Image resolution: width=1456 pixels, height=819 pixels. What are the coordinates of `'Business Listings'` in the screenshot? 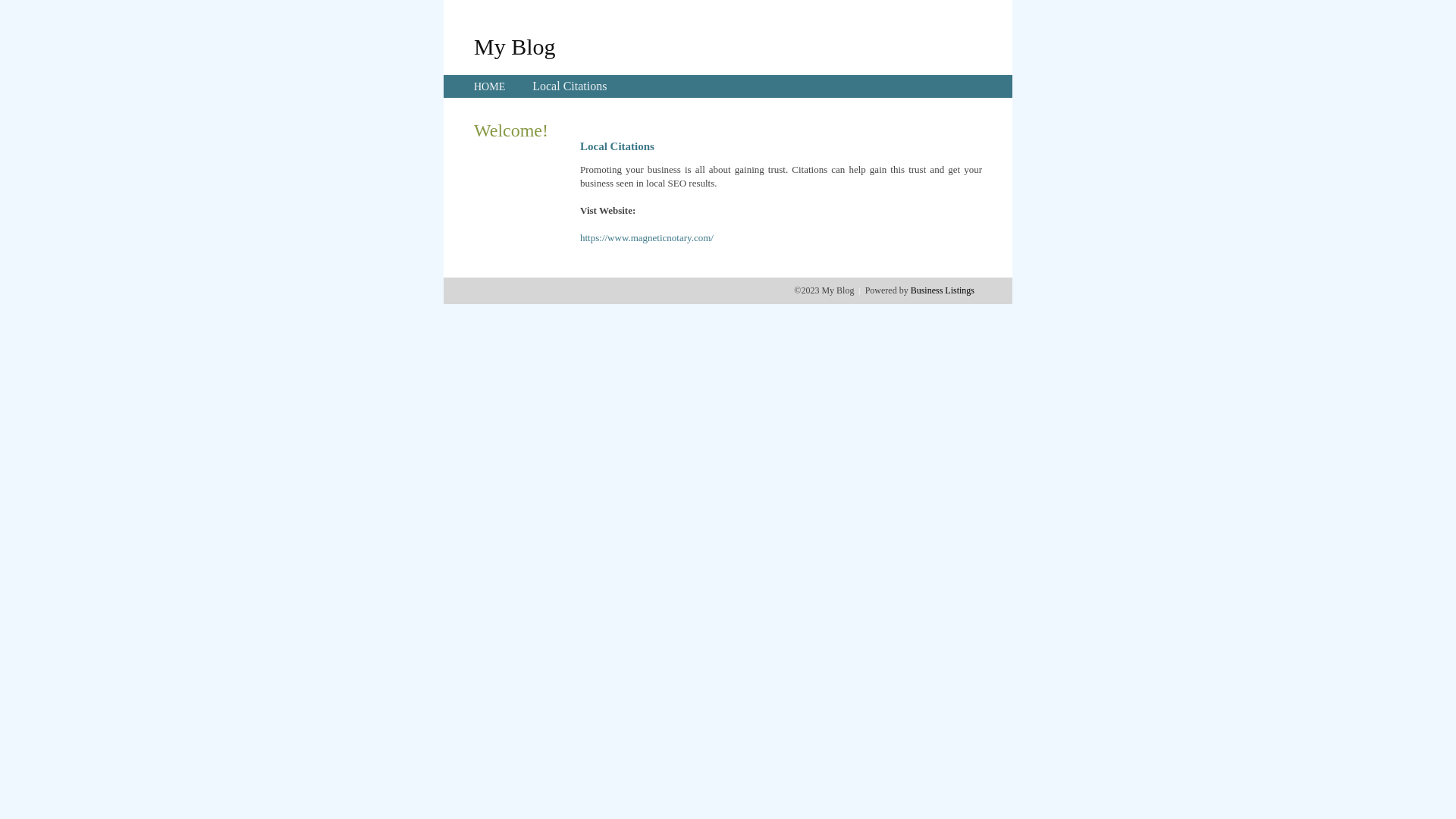 It's located at (942, 290).